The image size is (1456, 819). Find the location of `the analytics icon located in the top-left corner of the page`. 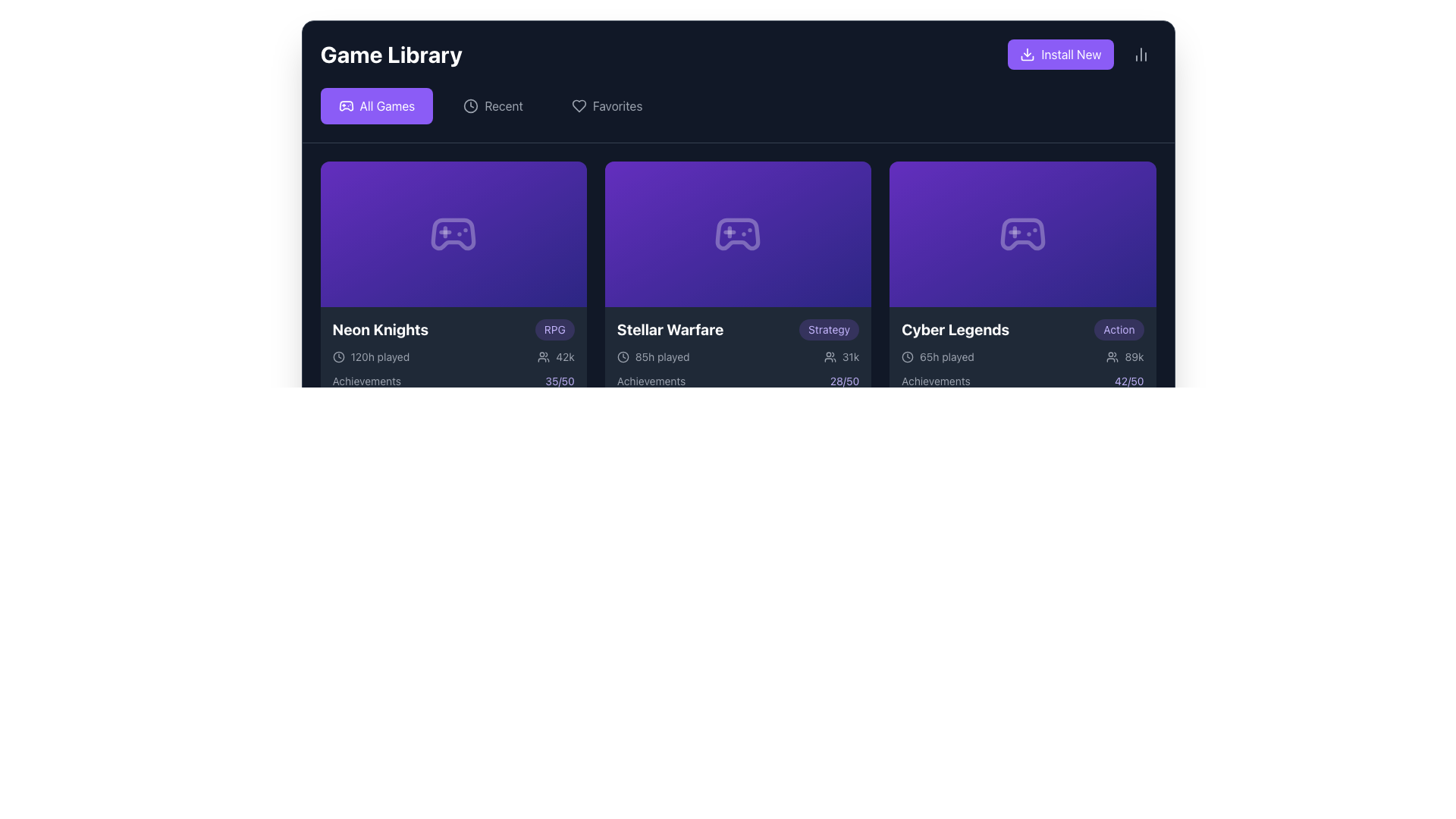

the analytics icon located in the top-left corner of the page is located at coordinates (1141, 54).